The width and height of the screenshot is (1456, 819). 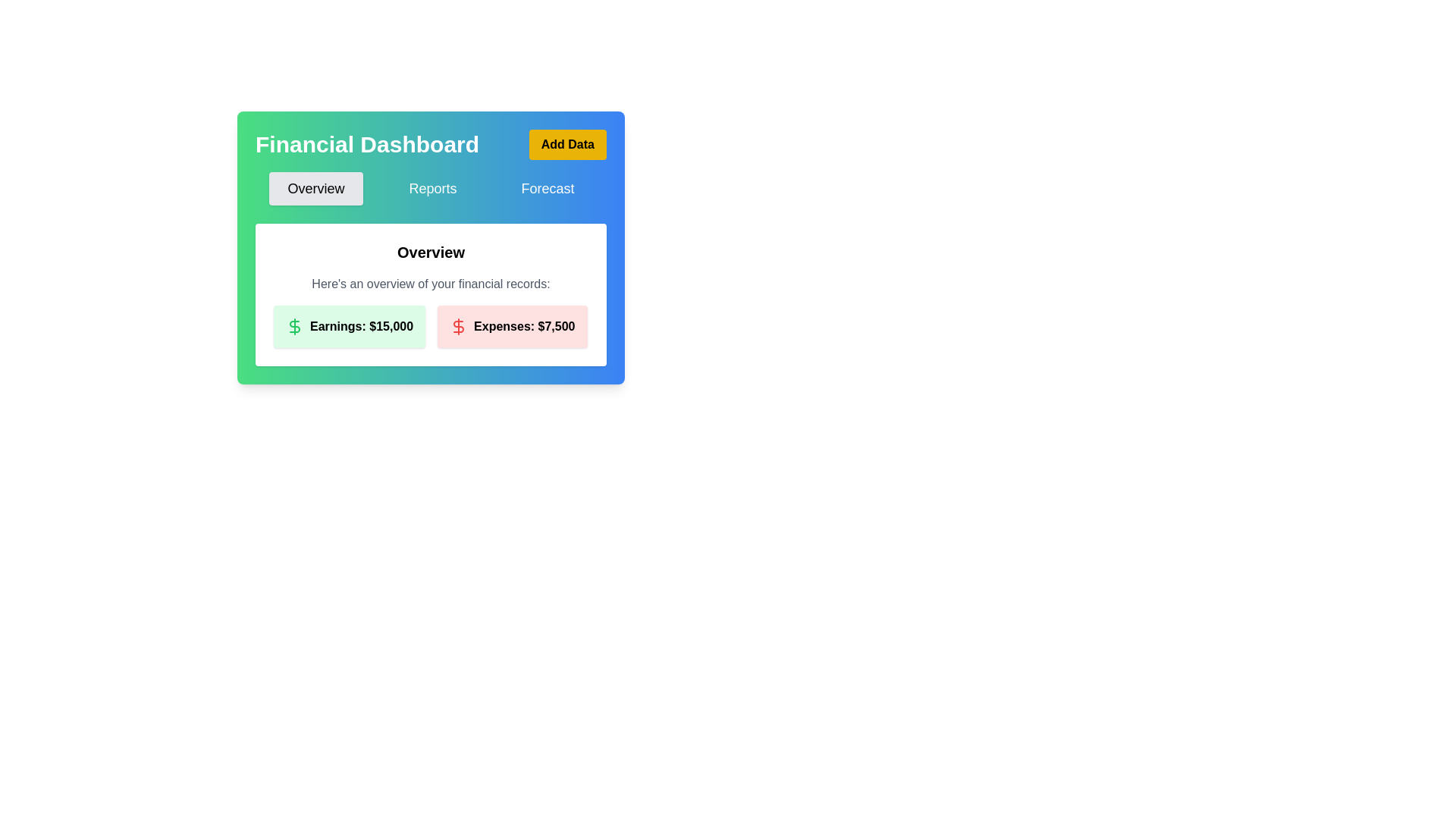 What do you see at coordinates (566, 145) in the screenshot?
I see `the button located at the top-right corner of the dashboard bar next to 'Financial Dashboard'` at bounding box center [566, 145].